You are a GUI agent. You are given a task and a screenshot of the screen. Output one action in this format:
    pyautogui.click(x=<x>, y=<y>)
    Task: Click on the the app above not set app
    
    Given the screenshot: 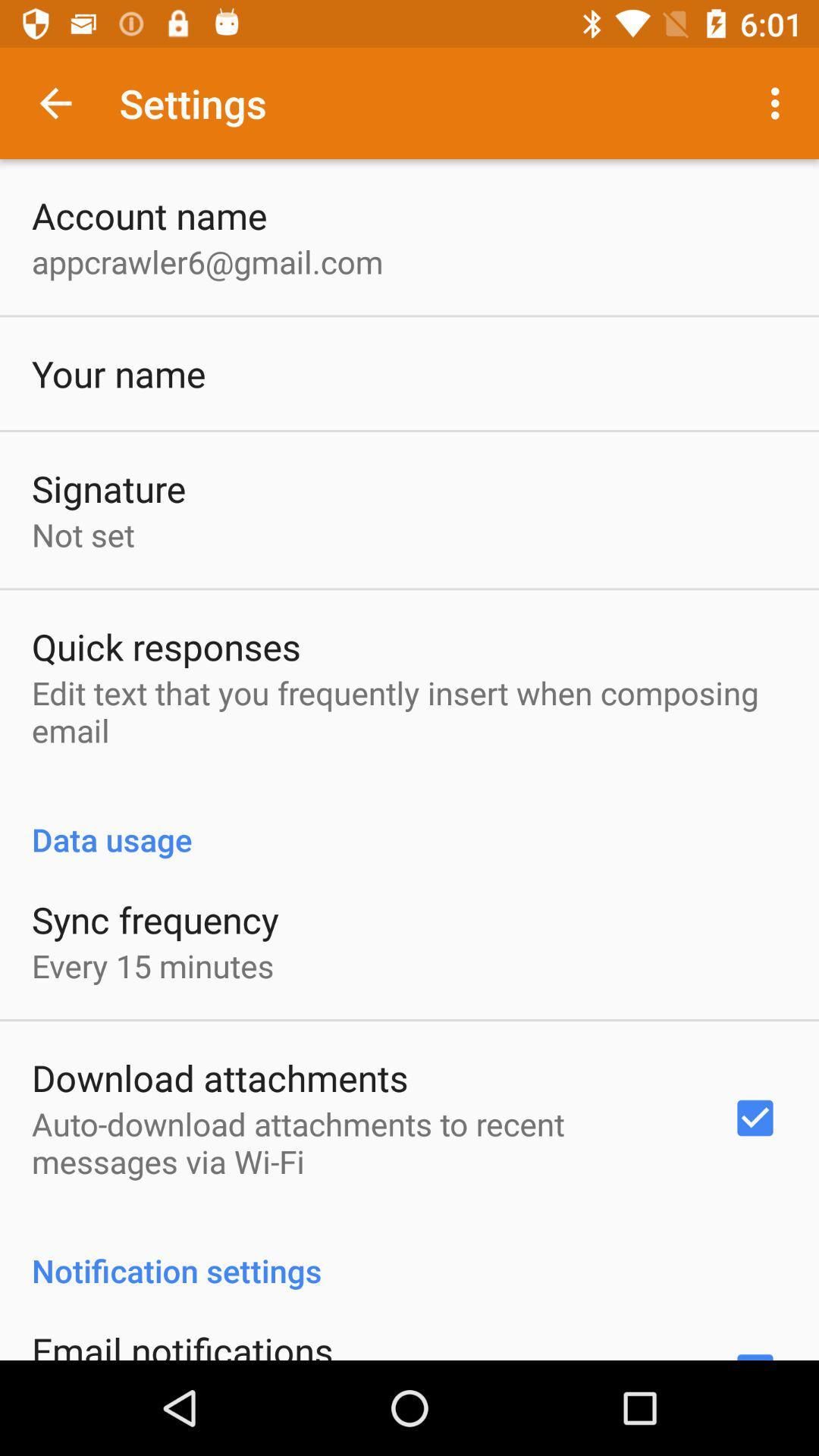 What is the action you would take?
    pyautogui.click(x=108, y=488)
    